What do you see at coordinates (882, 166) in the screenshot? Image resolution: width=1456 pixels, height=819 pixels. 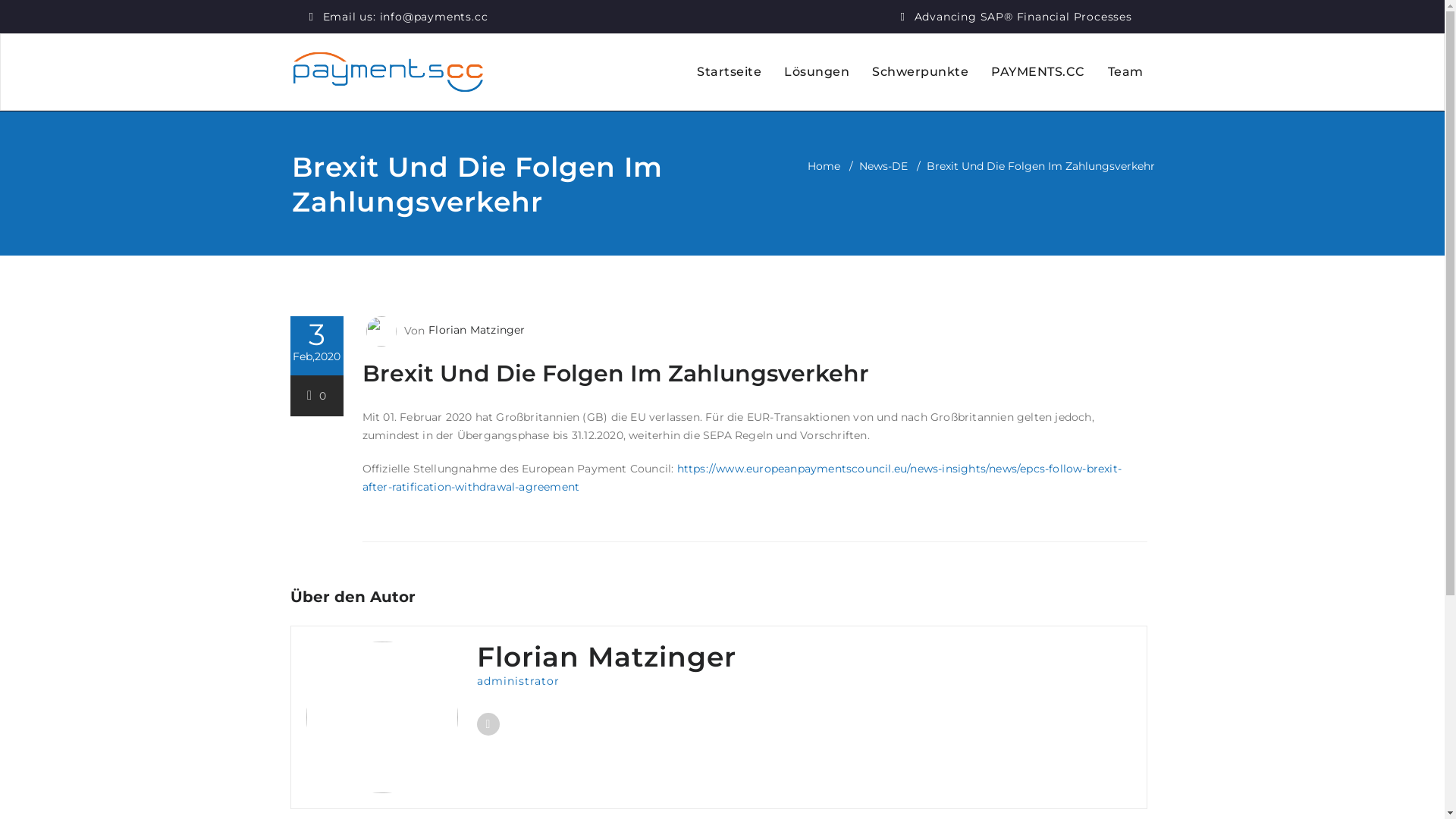 I see `'News-DE'` at bounding box center [882, 166].